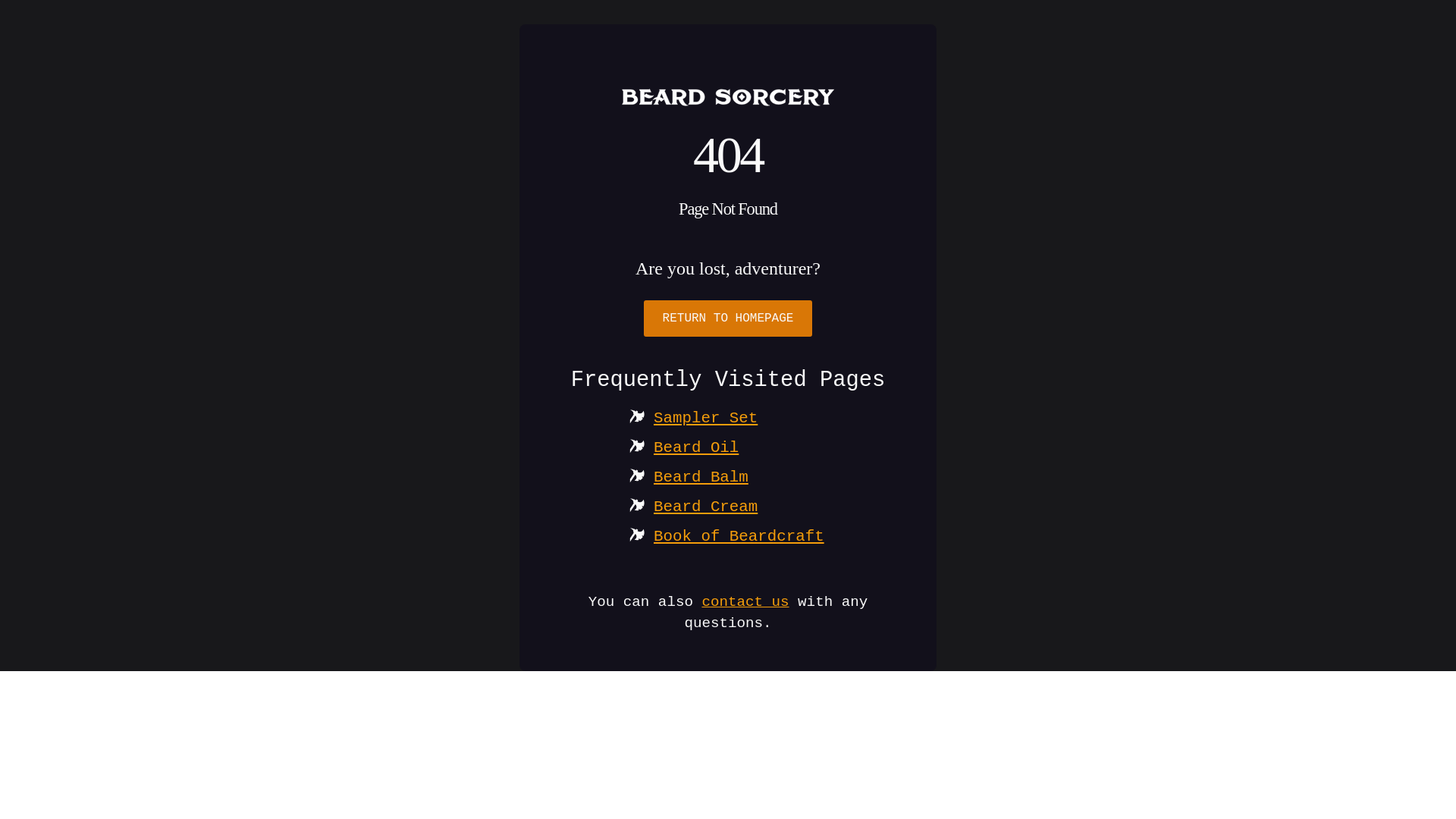 This screenshot has height=819, width=1456. I want to click on 'RETURN TO HOMEPAGE', so click(728, 318).